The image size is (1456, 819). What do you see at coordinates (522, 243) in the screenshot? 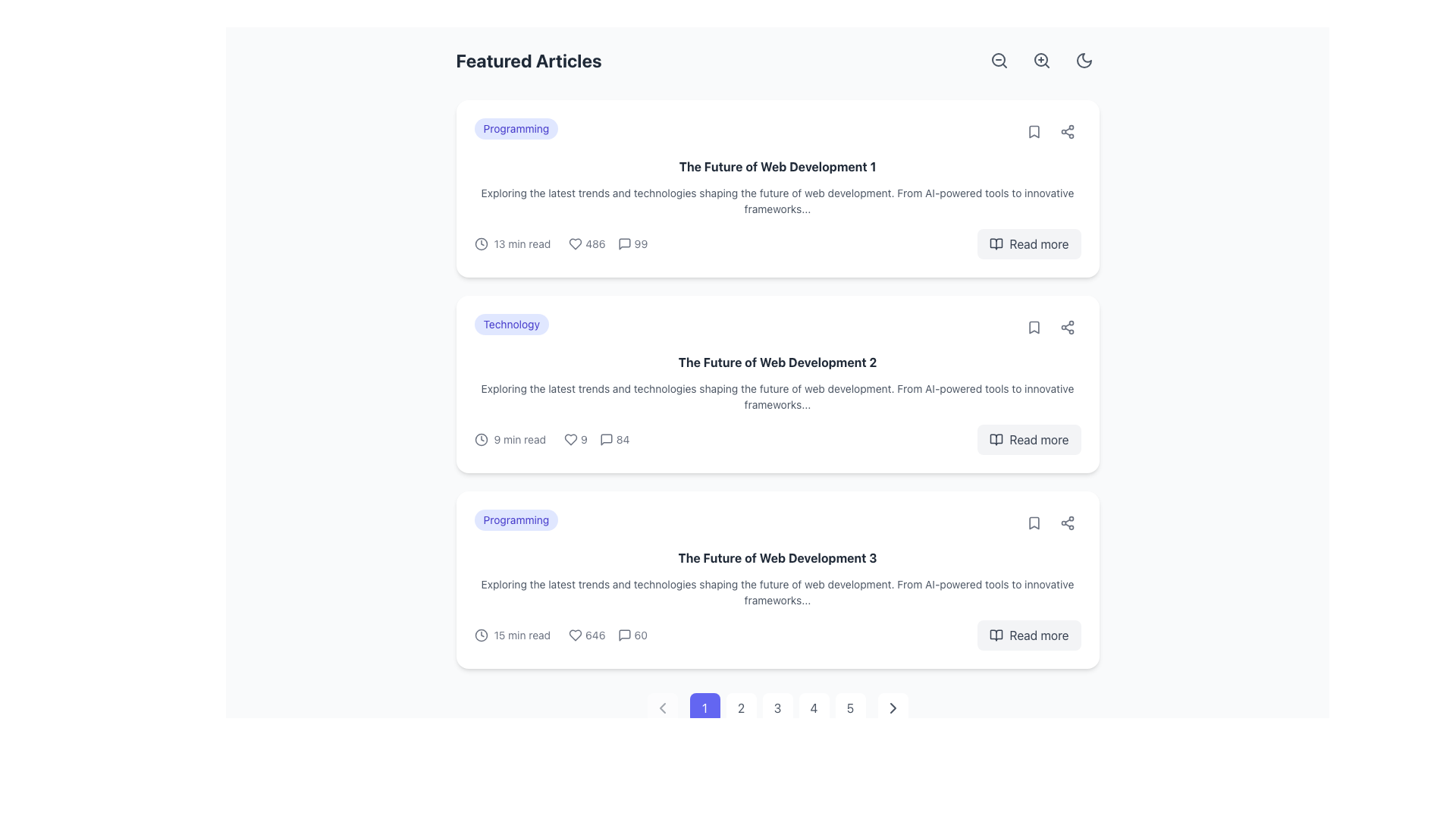
I see `text content of the estimated reading time label, which is located in the metadata row of the first article card, to the right of the clock icon` at bounding box center [522, 243].